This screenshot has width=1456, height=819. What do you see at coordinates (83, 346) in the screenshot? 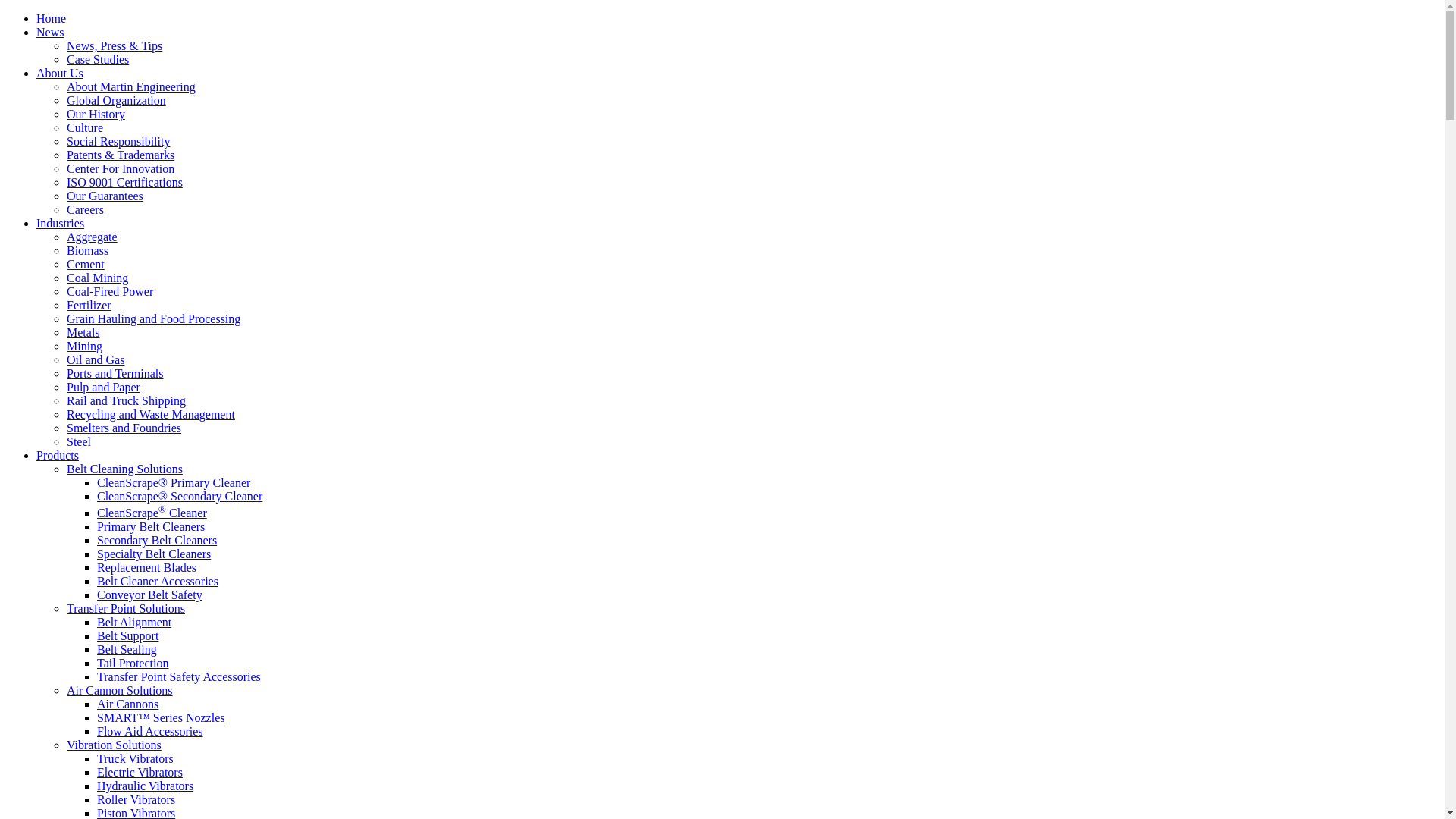
I see `'Mining'` at bounding box center [83, 346].